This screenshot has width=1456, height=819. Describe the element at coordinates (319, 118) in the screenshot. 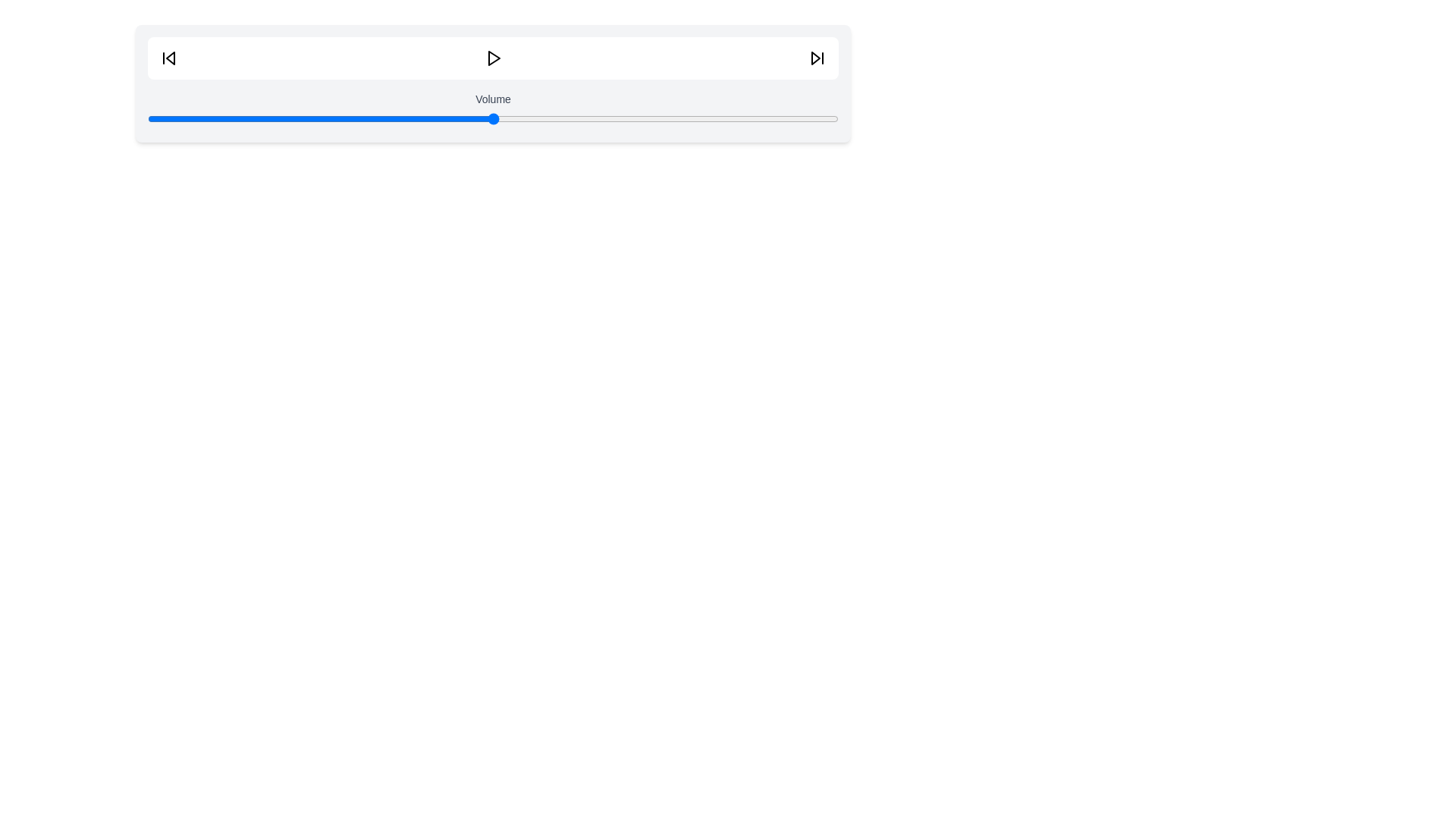

I see `the volume level` at that location.